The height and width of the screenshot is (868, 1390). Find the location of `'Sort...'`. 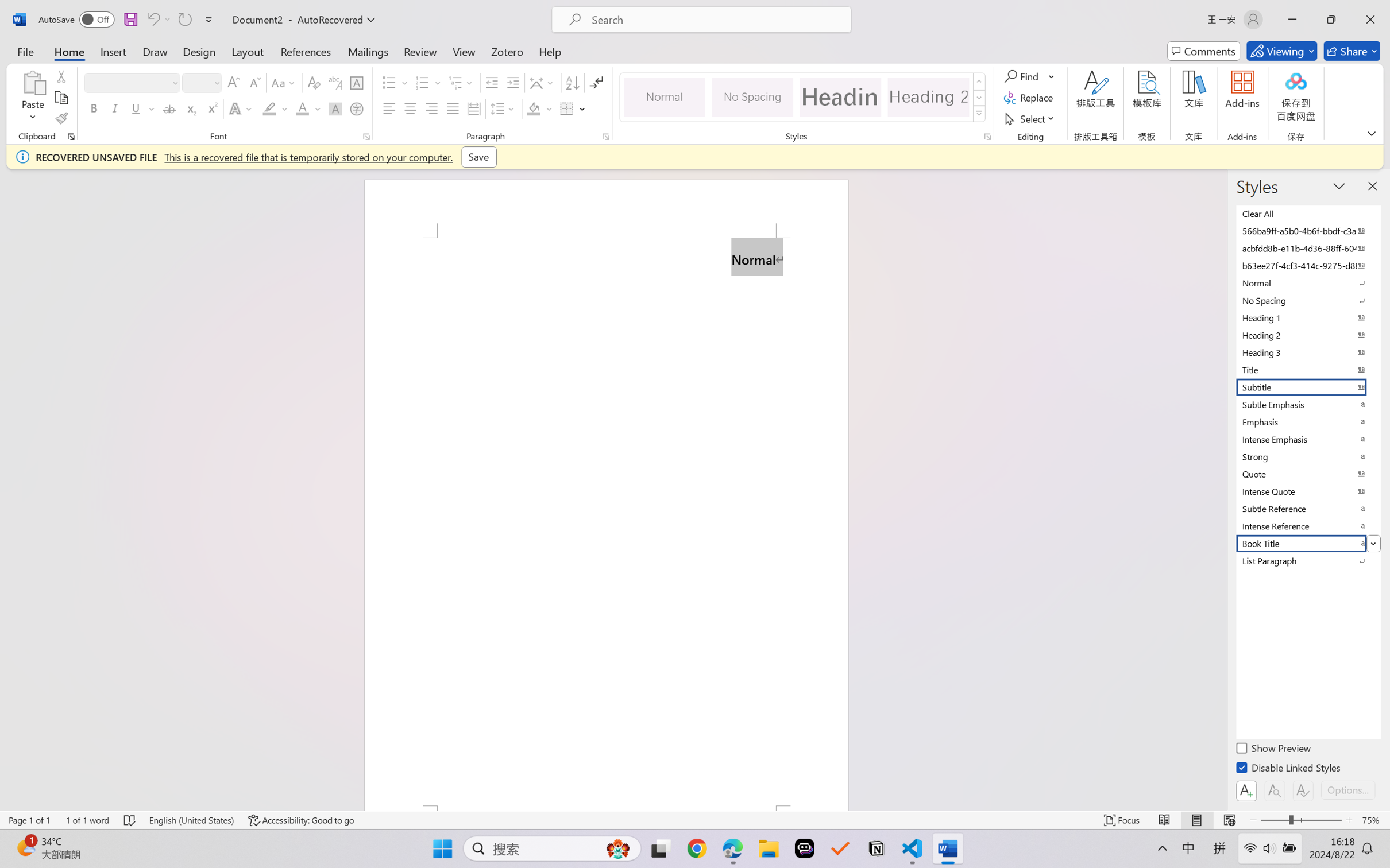

'Sort...' is located at coordinates (572, 83).